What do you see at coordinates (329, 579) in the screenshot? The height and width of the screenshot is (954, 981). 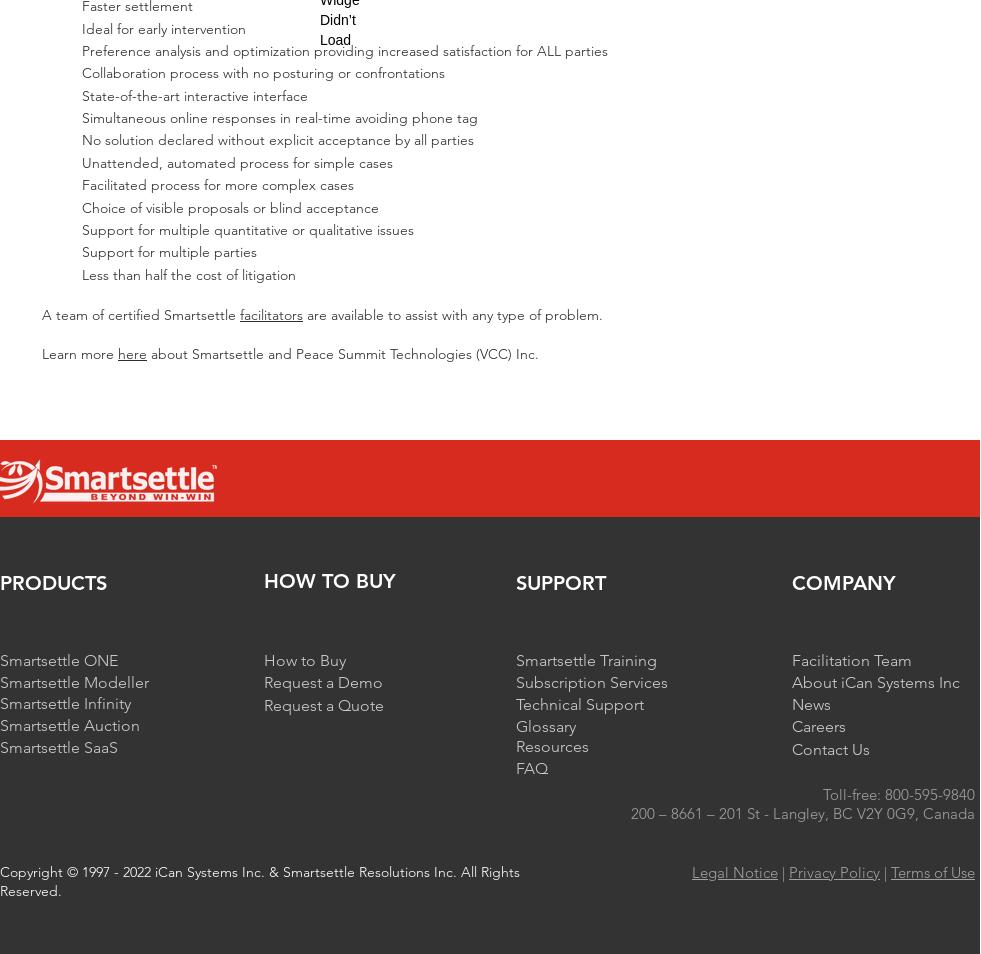 I see `'HOW TO BUY'` at bounding box center [329, 579].